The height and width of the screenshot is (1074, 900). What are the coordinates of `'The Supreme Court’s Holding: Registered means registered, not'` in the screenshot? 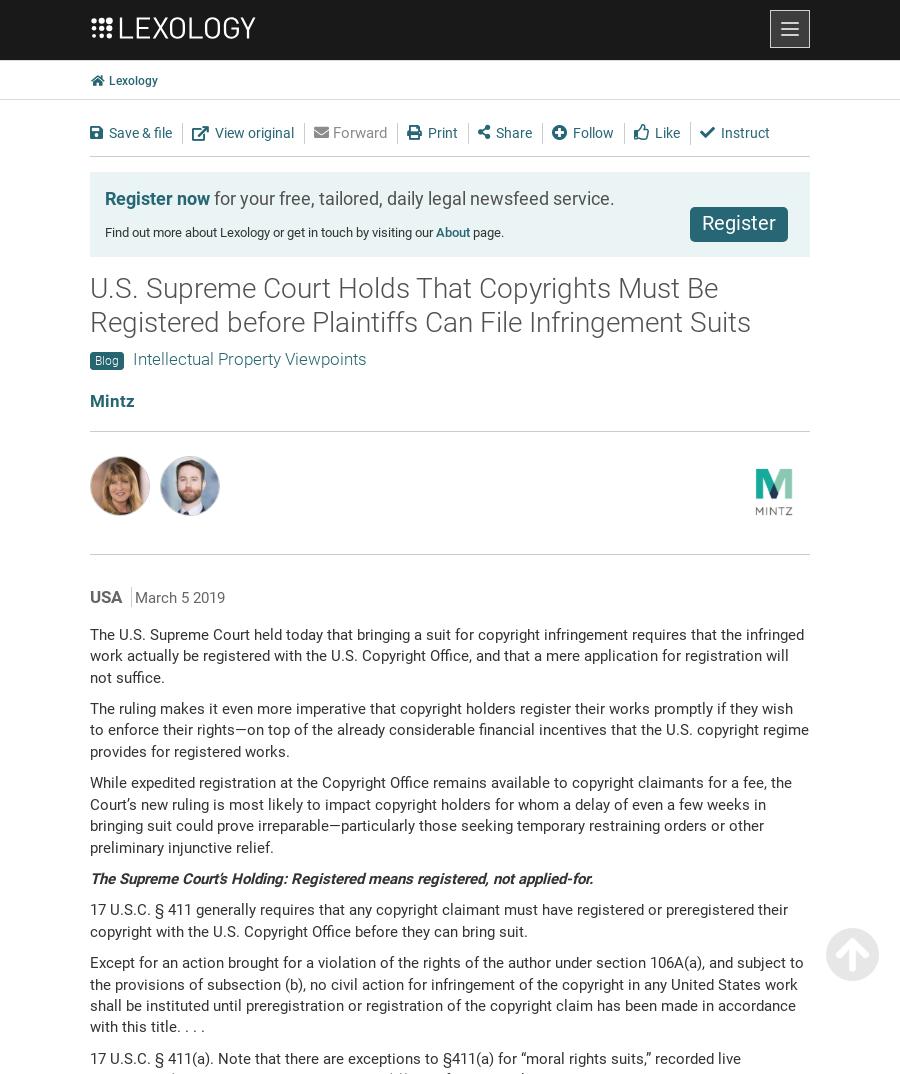 It's located at (303, 876).